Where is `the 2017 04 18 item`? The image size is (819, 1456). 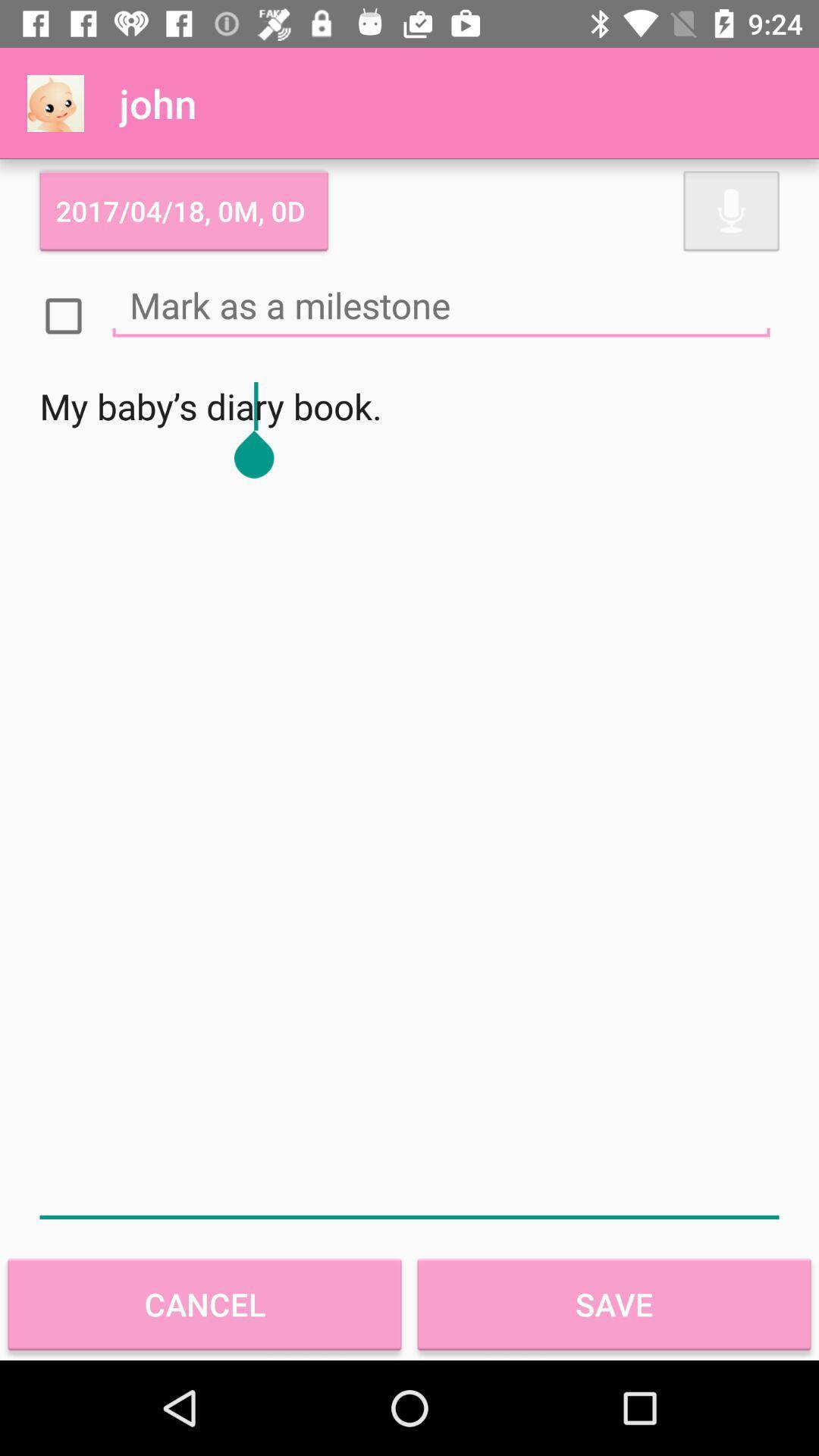
the 2017 04 18 item is located at coordinates (183, 210).